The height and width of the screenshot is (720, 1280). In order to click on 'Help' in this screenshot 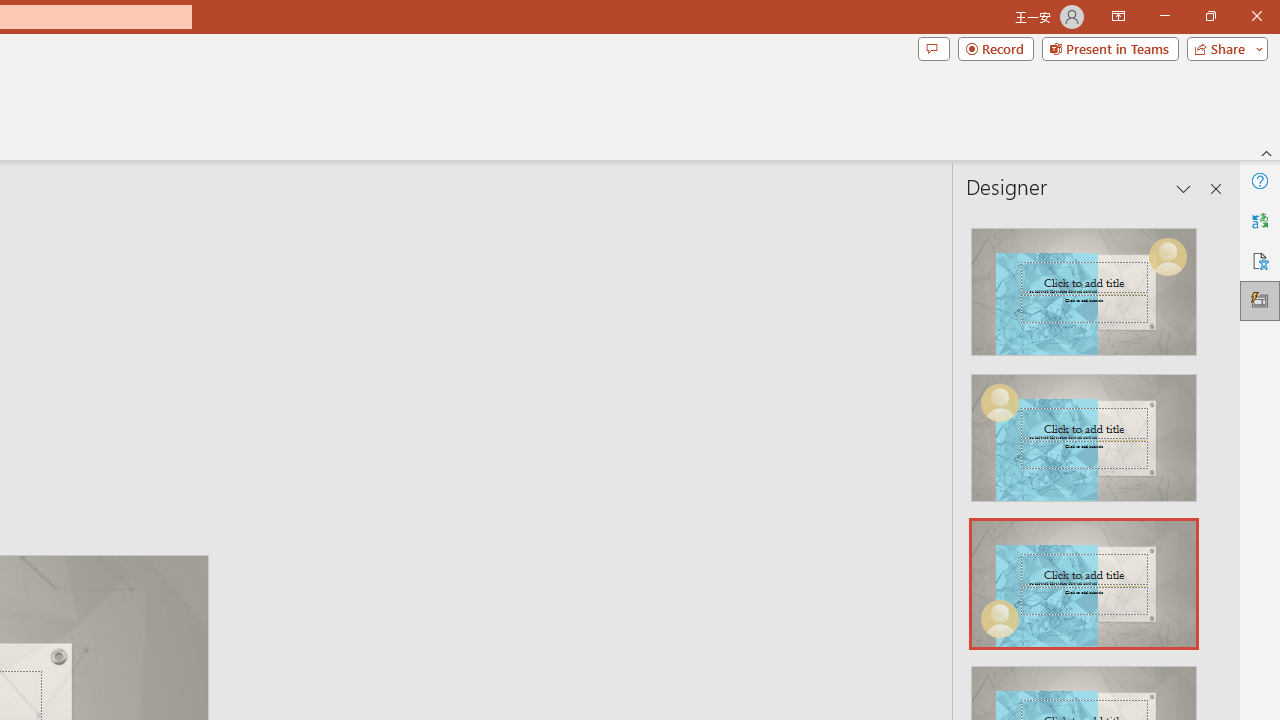, I will do `click(1259, 181)`.